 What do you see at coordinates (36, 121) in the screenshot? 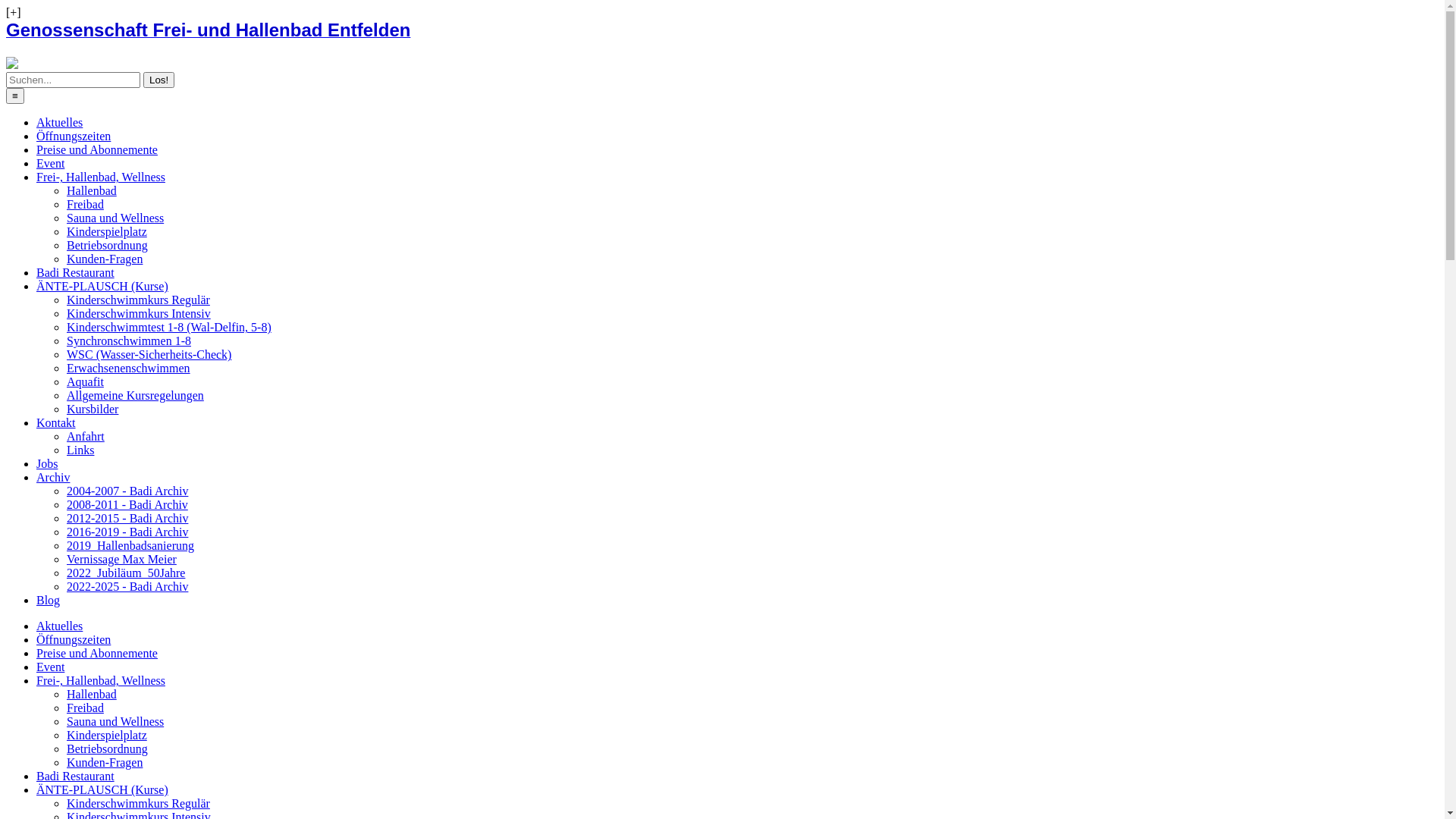
I see `'Aktuelles'` at bounding box center [36, 121].